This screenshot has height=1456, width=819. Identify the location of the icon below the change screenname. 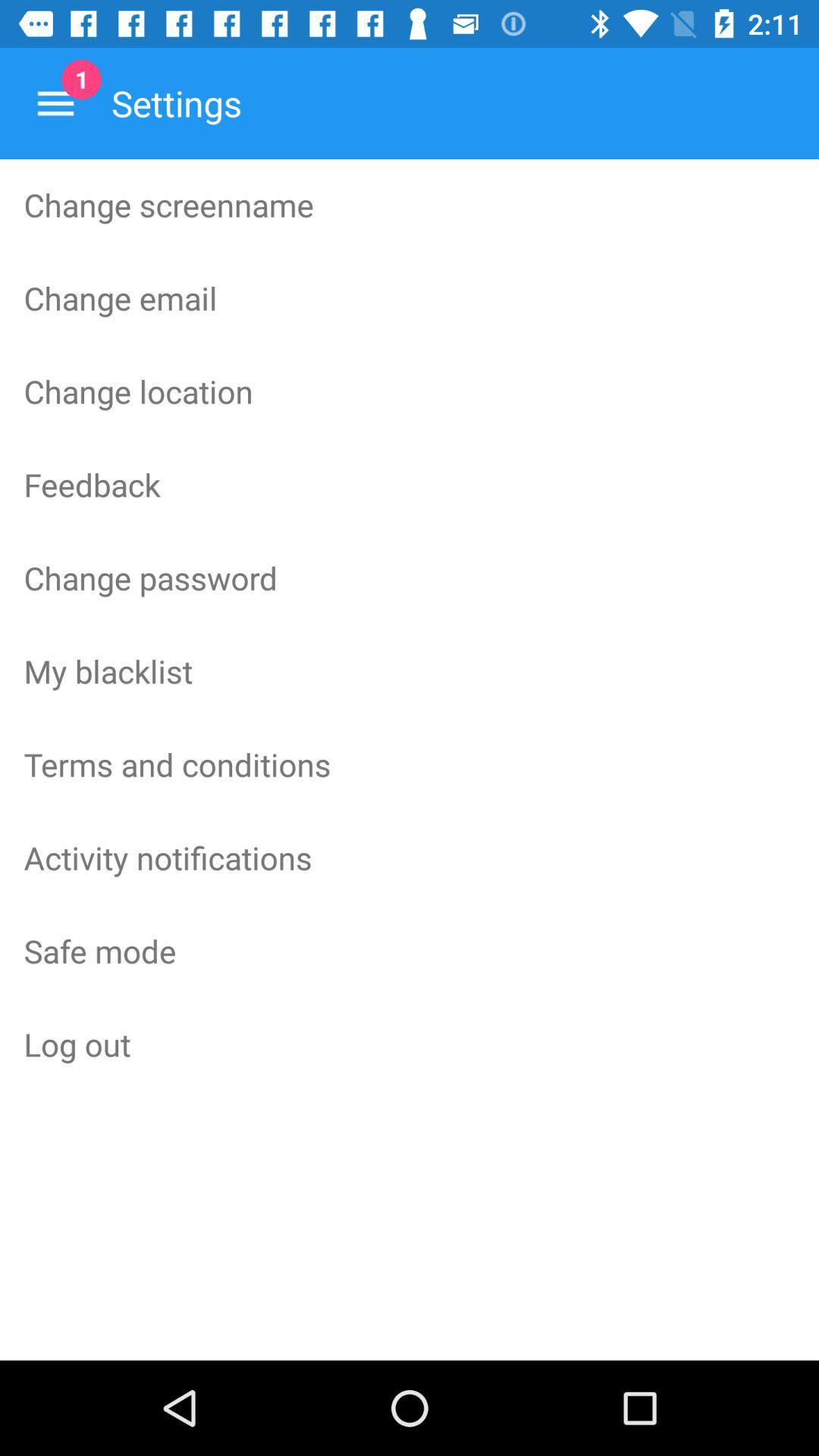
(409, 298).